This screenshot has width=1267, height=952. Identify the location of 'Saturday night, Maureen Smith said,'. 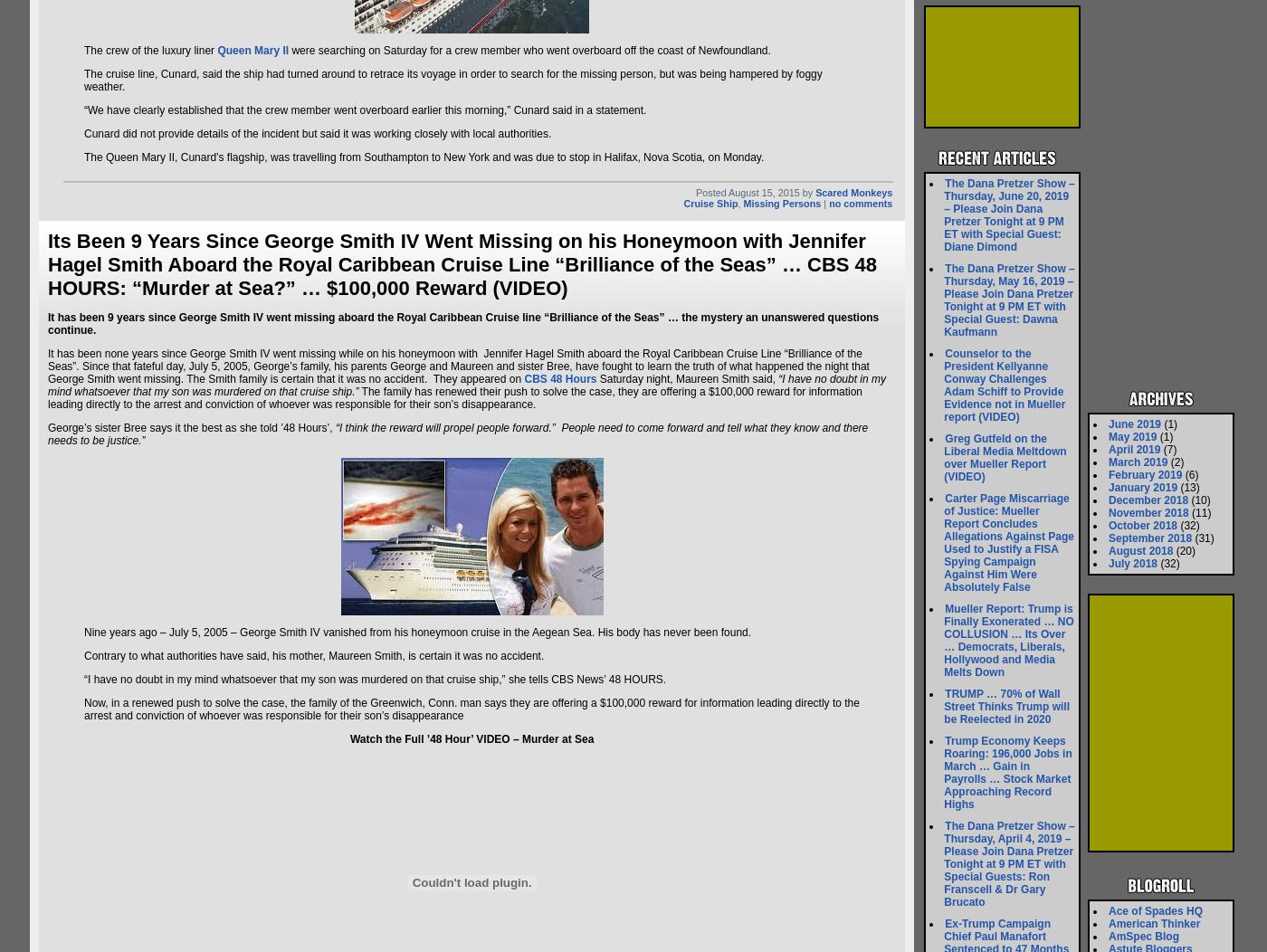
(686, 378).